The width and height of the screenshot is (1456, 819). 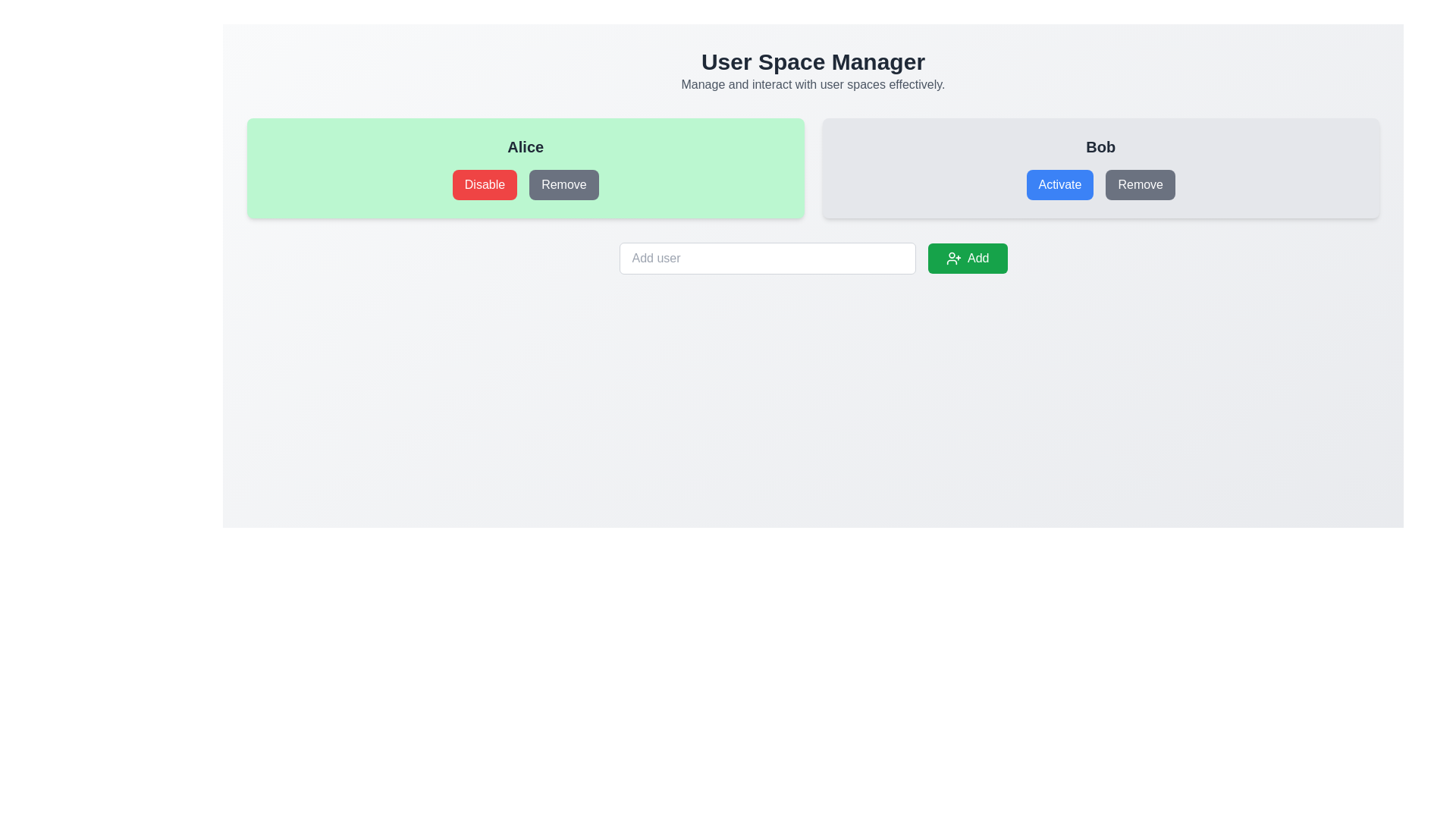 What do you see at coordinates (812, 61) in the screenshot?
I see `the header text 'User Space Manager', which is styled in bold dark gray and serves as the main title of the interface` at bounding box center [812, 61].